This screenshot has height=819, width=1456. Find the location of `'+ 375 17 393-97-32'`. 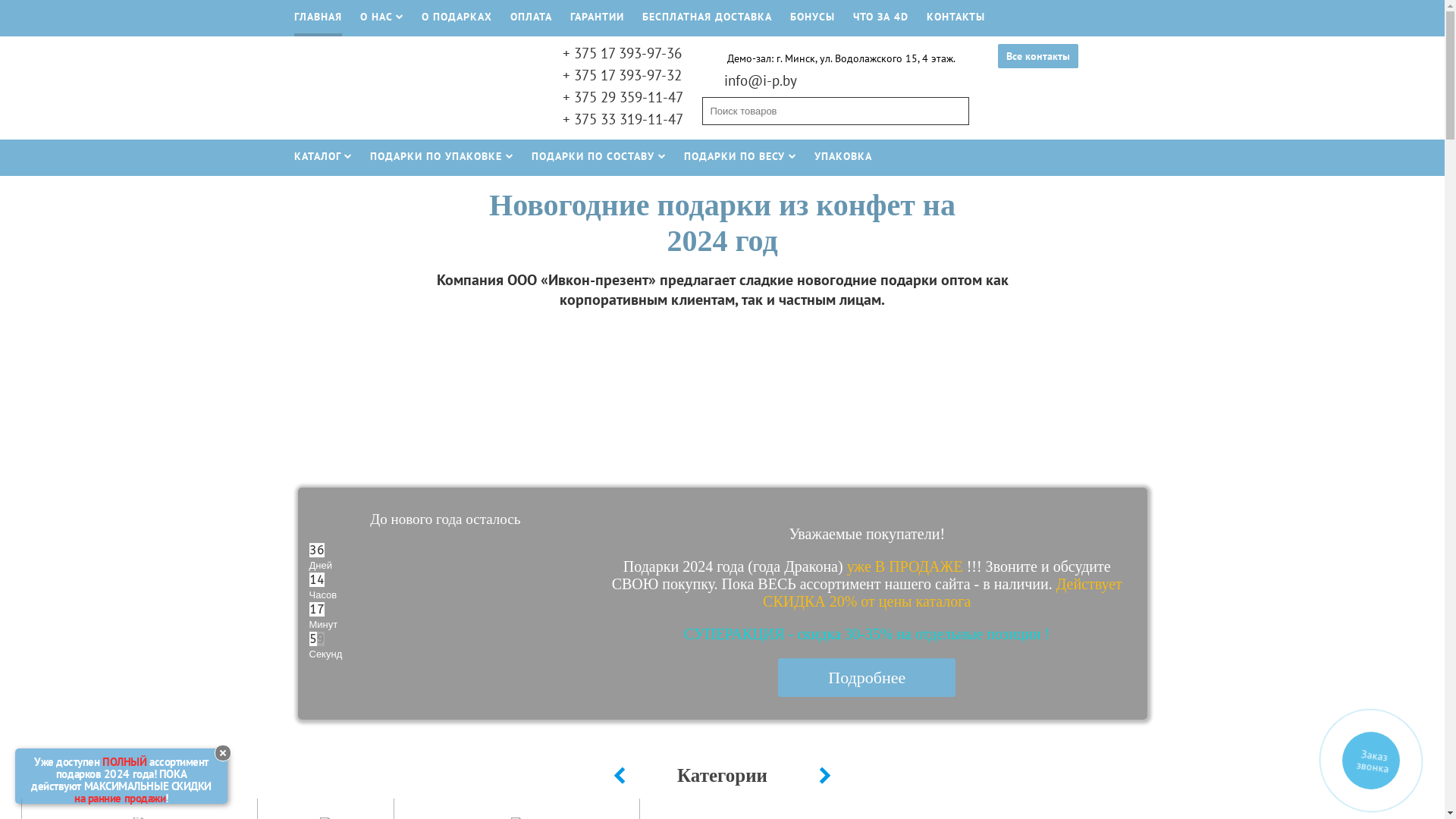

'+ 375 17 393-97-32' is located at coordinates (622, 75).